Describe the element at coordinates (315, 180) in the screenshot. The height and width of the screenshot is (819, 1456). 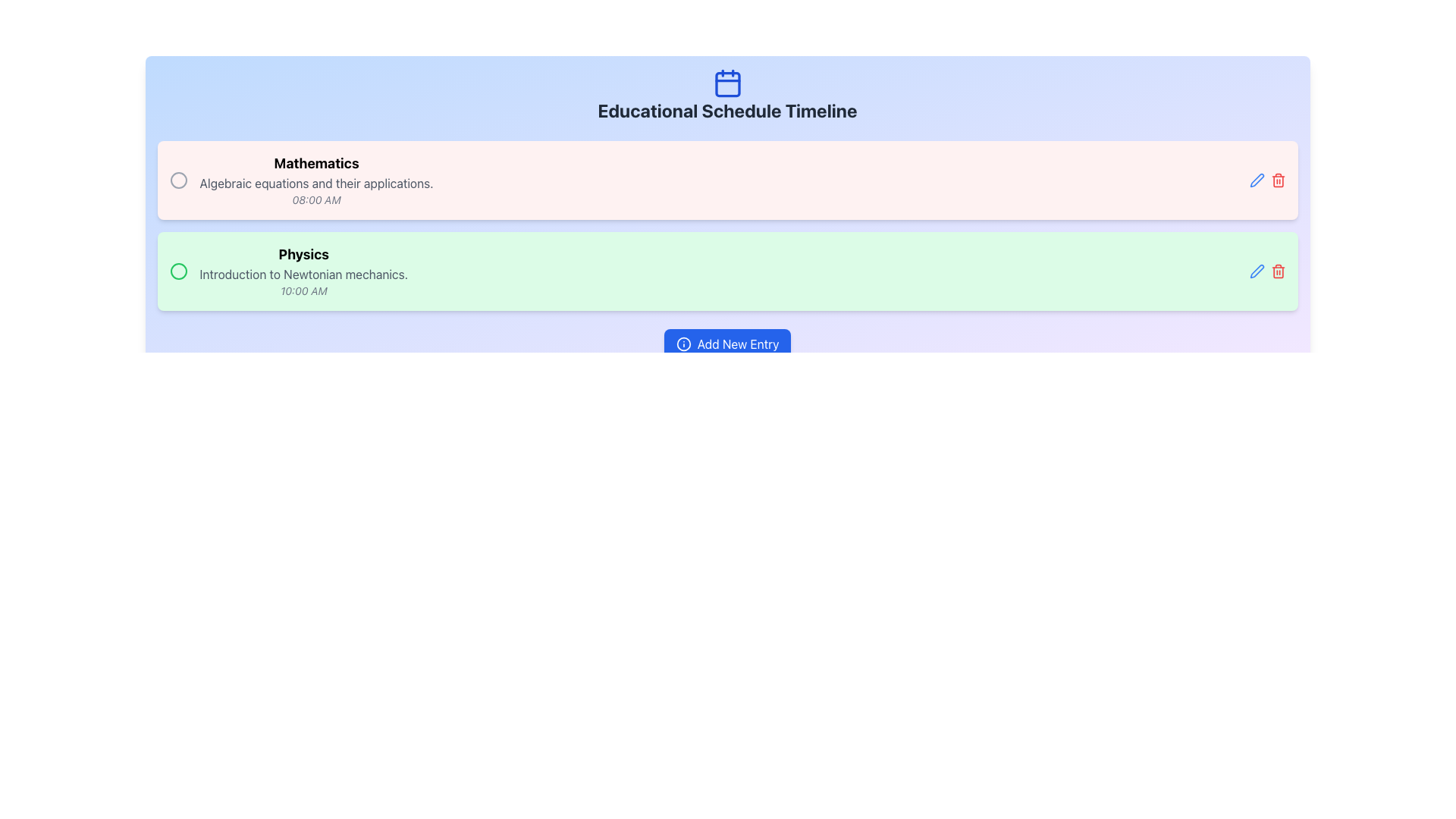
I see `the first text block representing a scheduled educational activity in the timeline, located inside a pinkish background area above the green 'Physics' entry` at that location.